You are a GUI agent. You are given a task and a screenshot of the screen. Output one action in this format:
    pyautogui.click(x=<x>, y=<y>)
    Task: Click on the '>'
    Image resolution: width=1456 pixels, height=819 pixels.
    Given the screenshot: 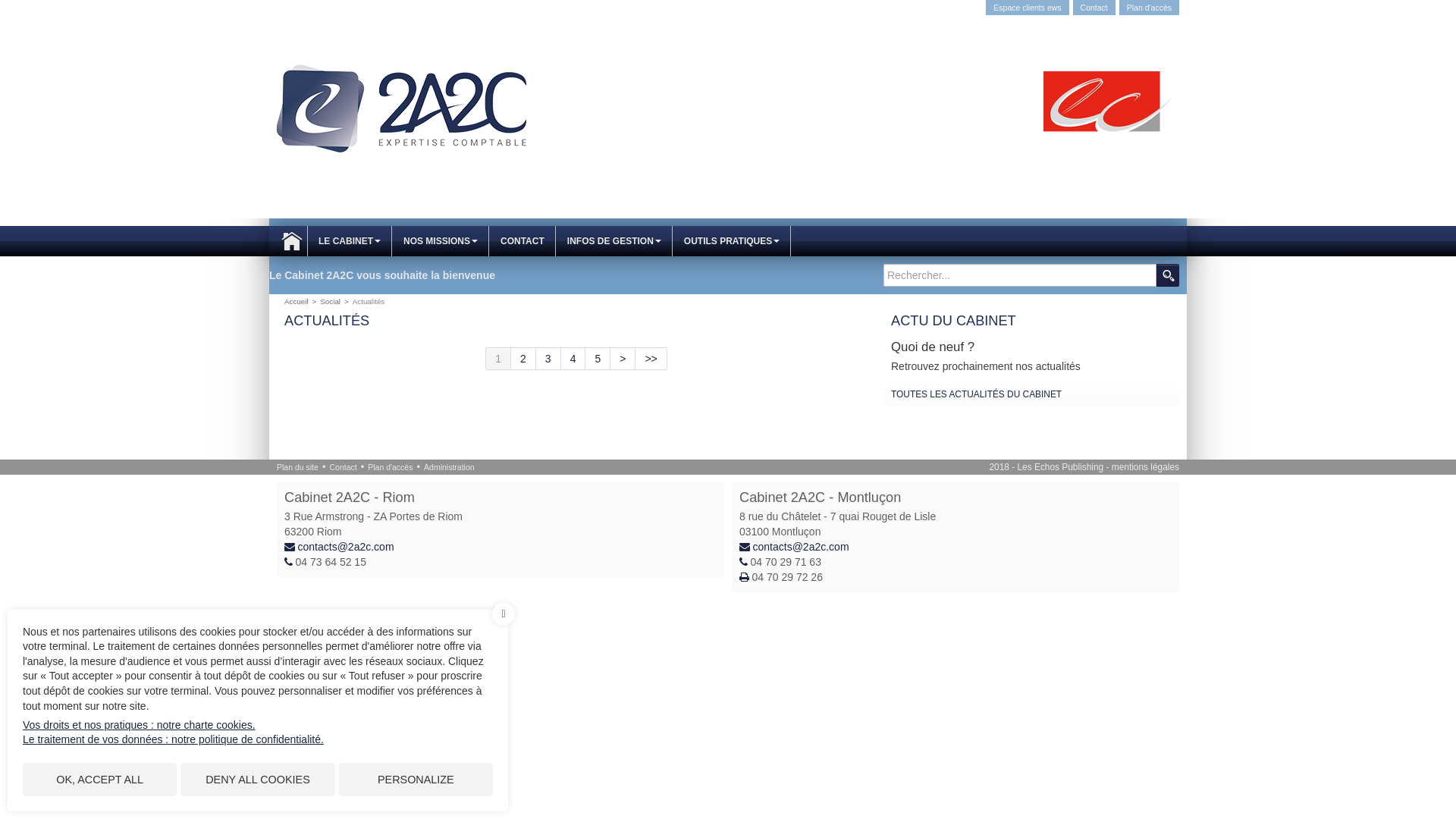 What is the action you would take?
    pyautogui.click(x=623, y=359)
    